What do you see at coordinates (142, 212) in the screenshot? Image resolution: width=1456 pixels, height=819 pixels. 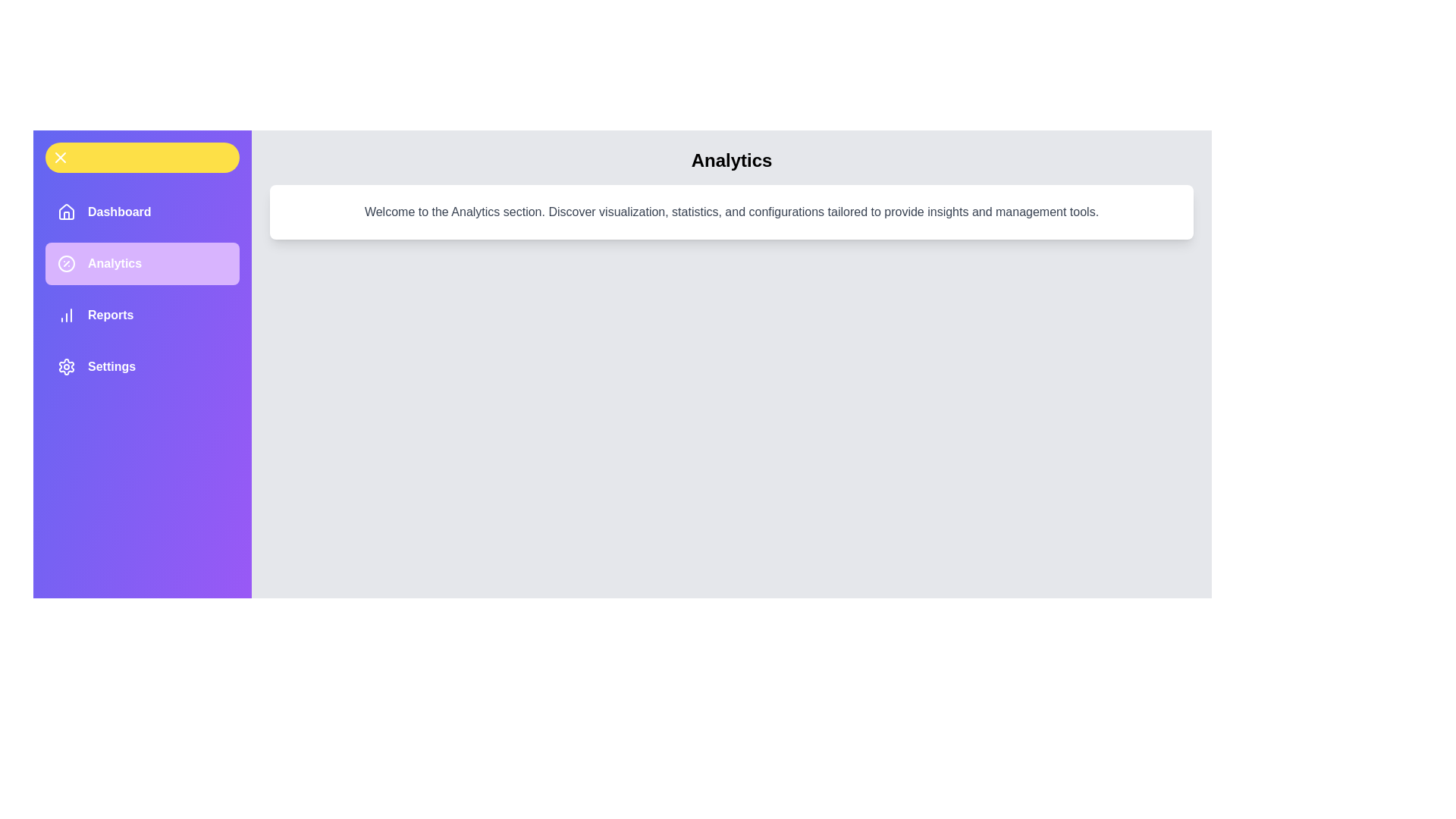 I see `the menu item labeled Dashboard to observe its hover effect` at bounding box center [142, 212].